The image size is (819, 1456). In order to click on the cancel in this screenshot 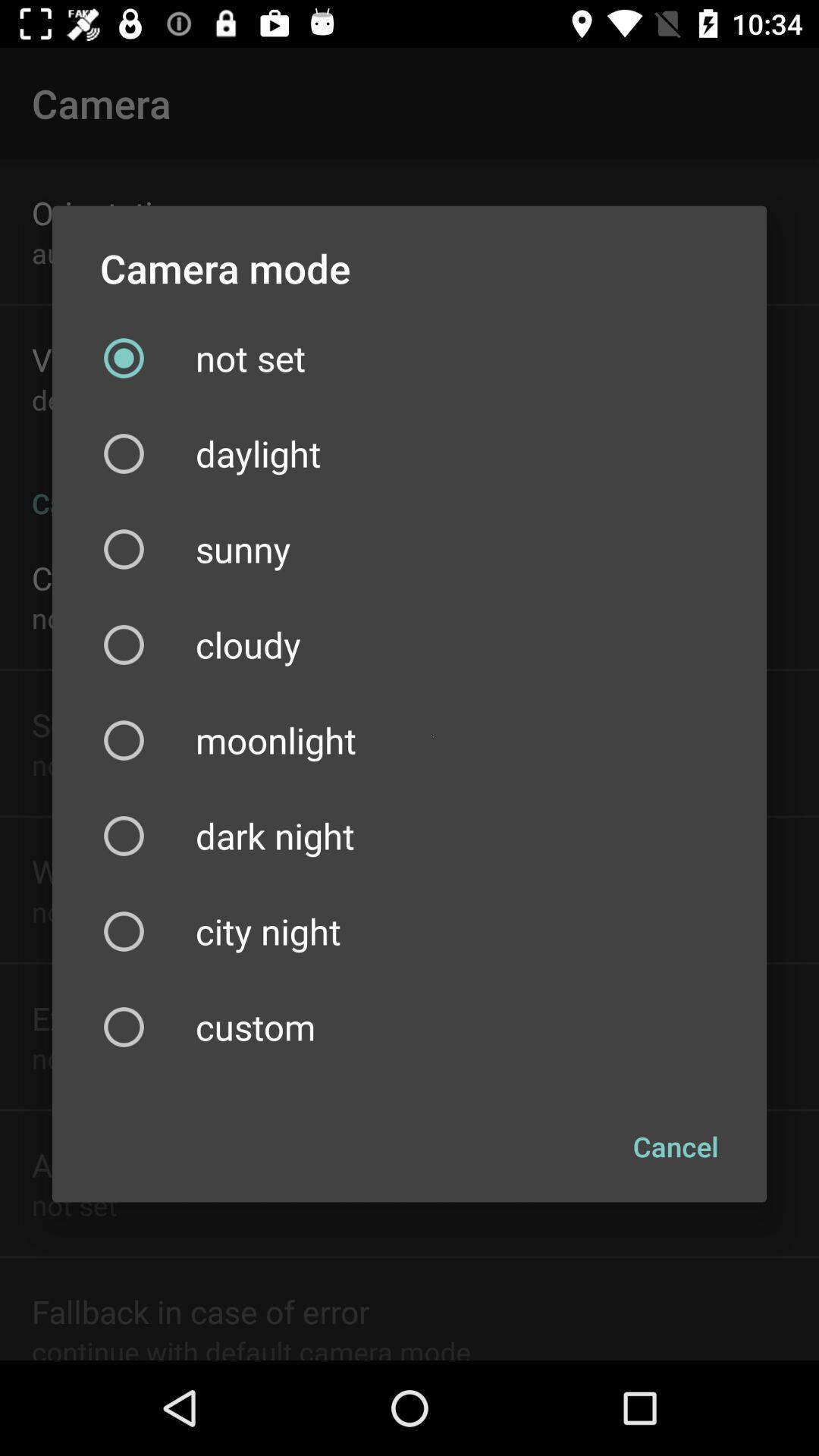, I will do `click(675, 1147)`.